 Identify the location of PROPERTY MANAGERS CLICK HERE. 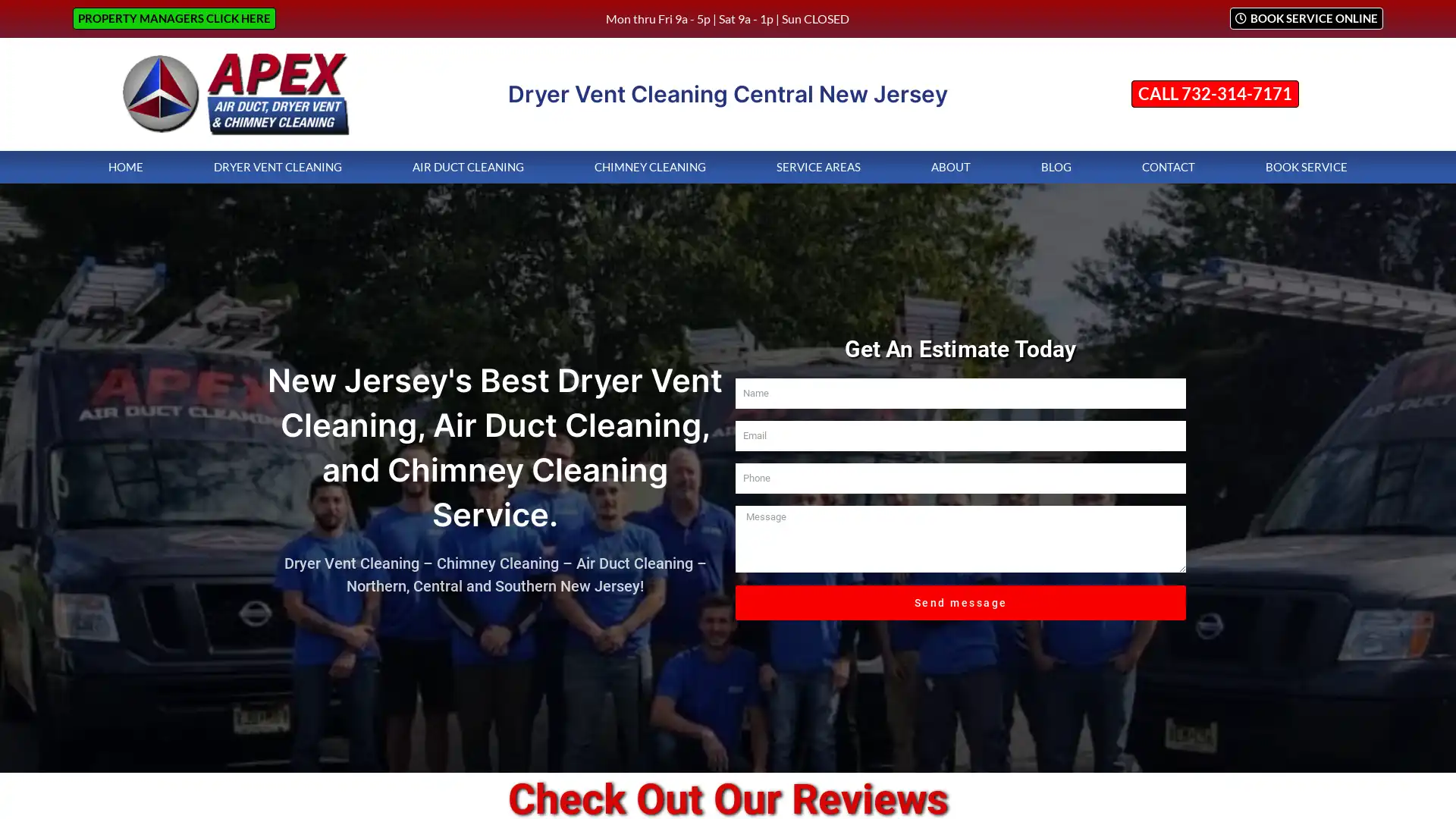
(174, 18).